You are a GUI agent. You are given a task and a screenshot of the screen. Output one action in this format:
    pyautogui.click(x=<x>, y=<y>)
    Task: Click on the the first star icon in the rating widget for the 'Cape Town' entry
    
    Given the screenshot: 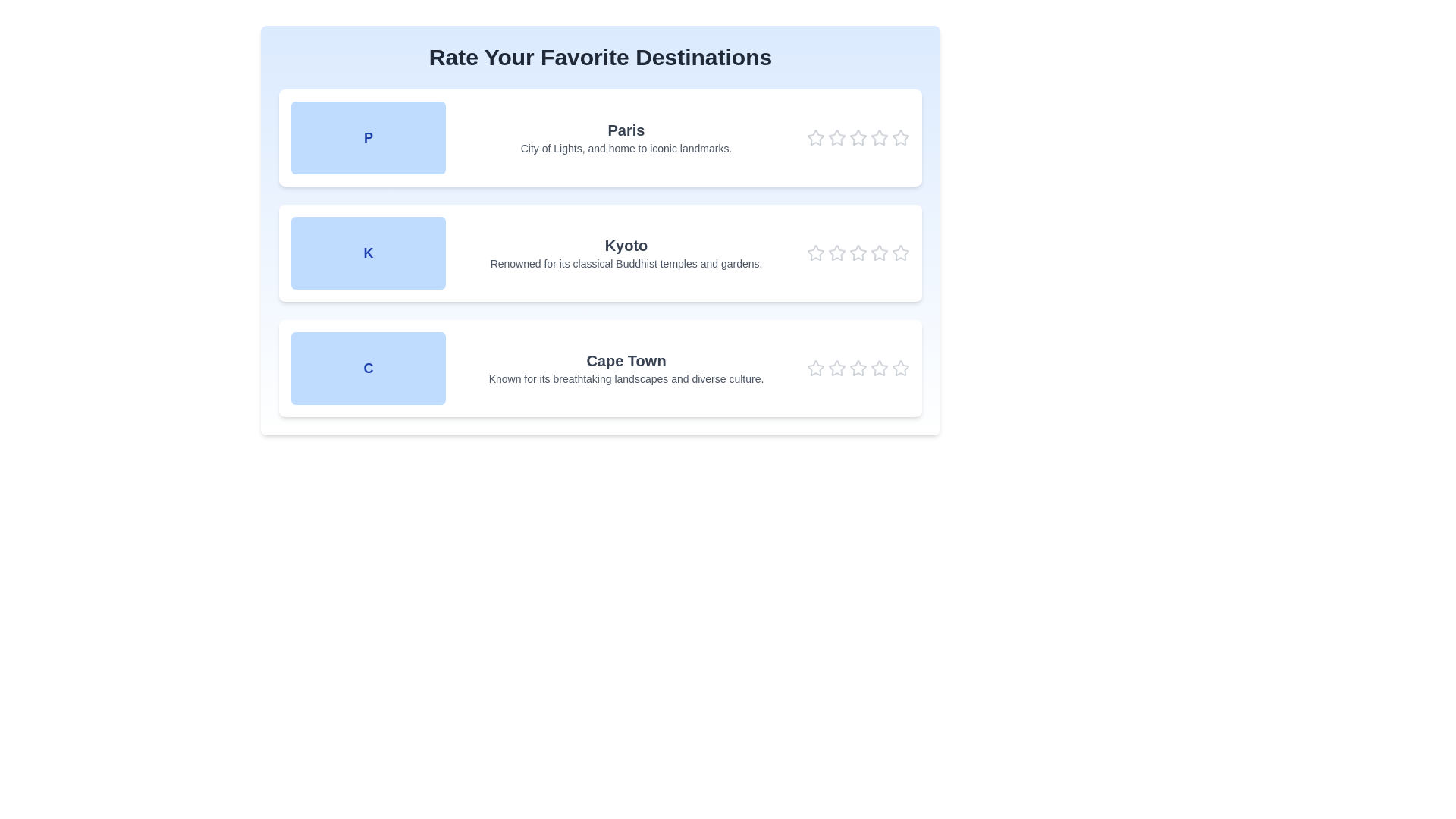 What is the action you would take?
    pyautogui.click(x=814, y=368)
    